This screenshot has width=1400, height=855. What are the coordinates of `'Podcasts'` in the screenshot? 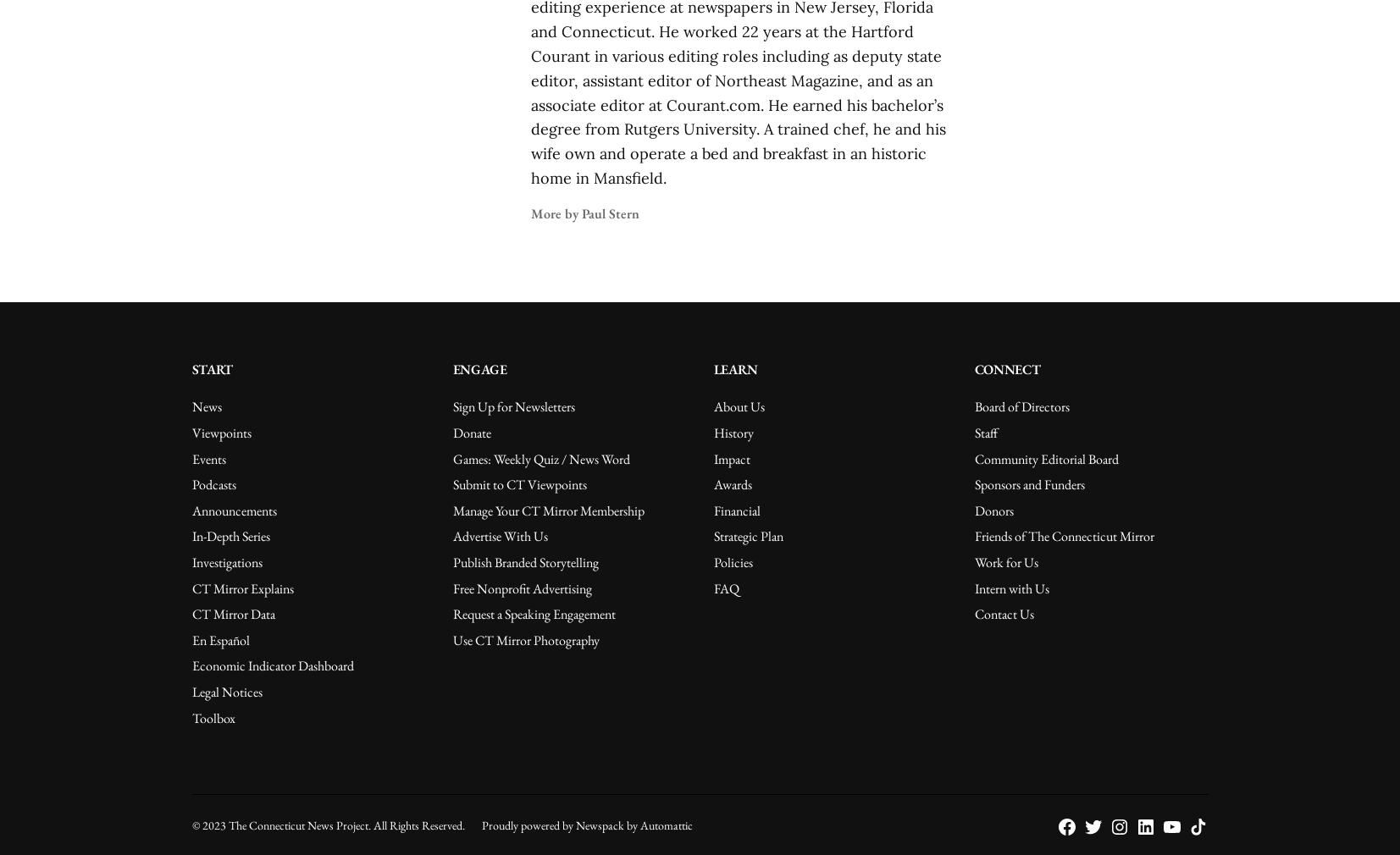 It's located at (213, 483).